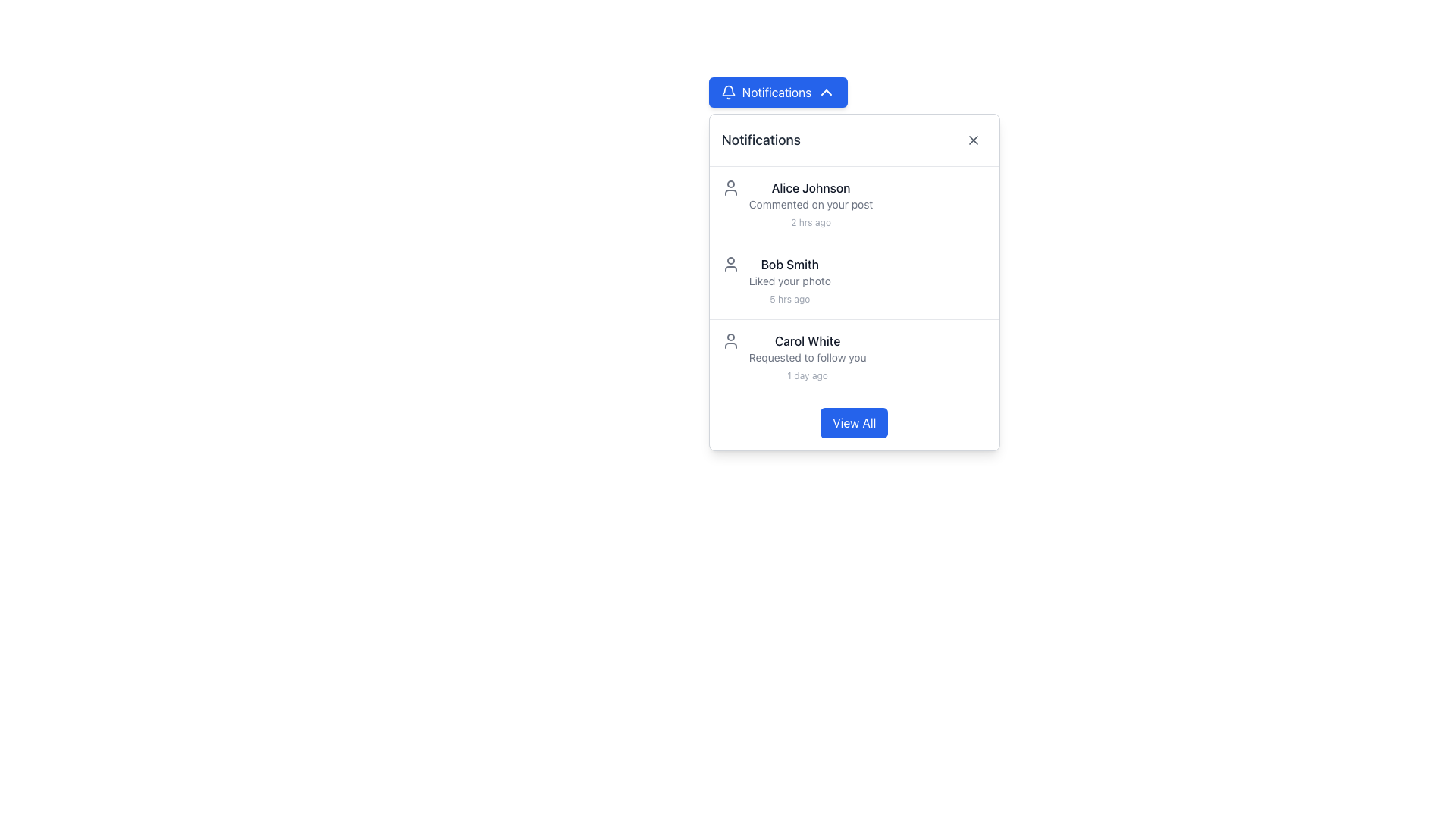 The height and width of the screenshot is (819, 1456). I want to click on the static text element that displays 'Liked your photo' within the notification box for 'Bob Smith', so click(789, 281).